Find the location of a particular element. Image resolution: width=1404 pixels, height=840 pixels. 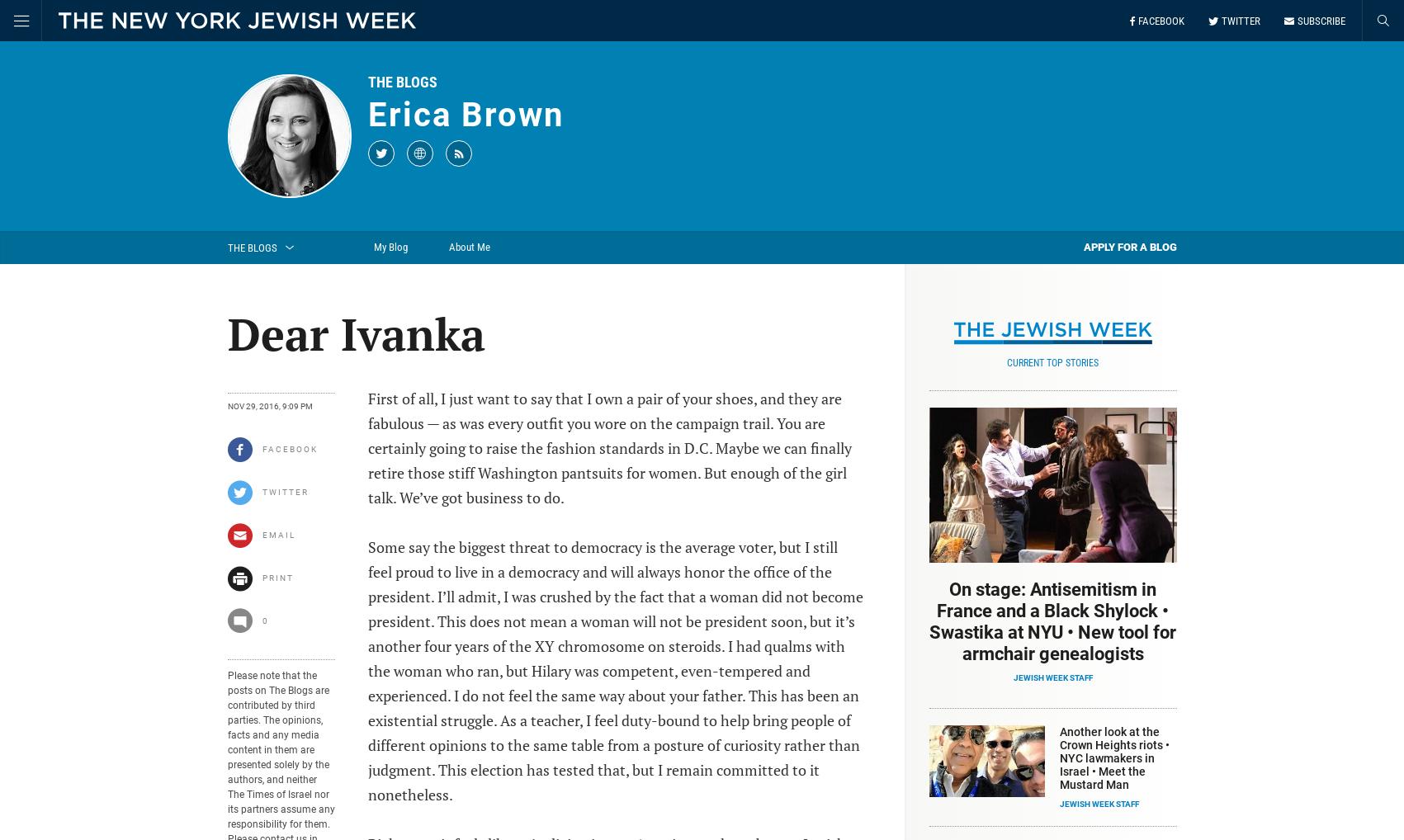

'Nov 29, 2016, 9:09 PM' is located at coordinates (227, 406).